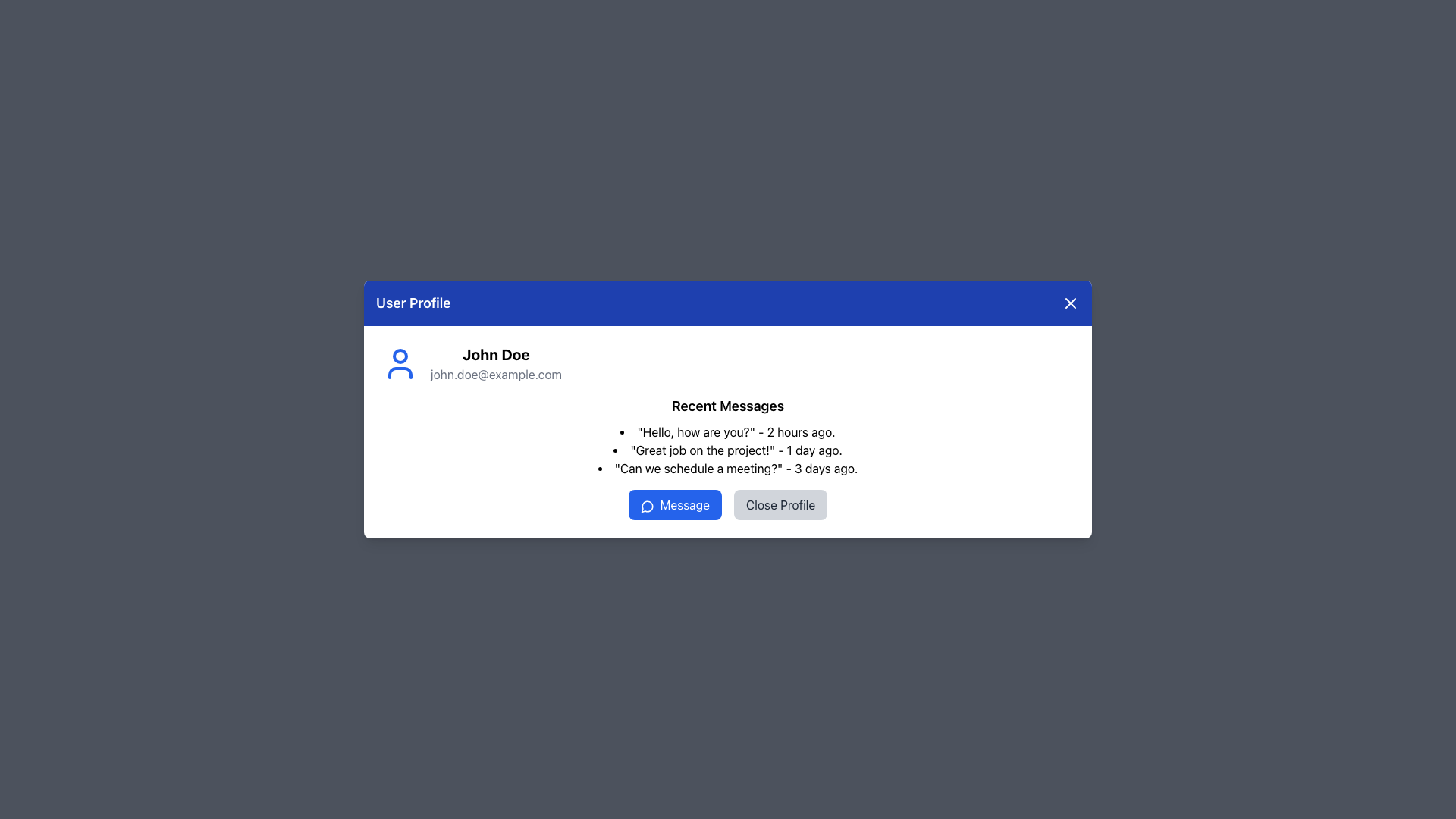 This screenshot has height=819, width=1456. Describe the element at coordinates (780, 505) in the screenshot. I see `the 'Close Profile' button` at that location.